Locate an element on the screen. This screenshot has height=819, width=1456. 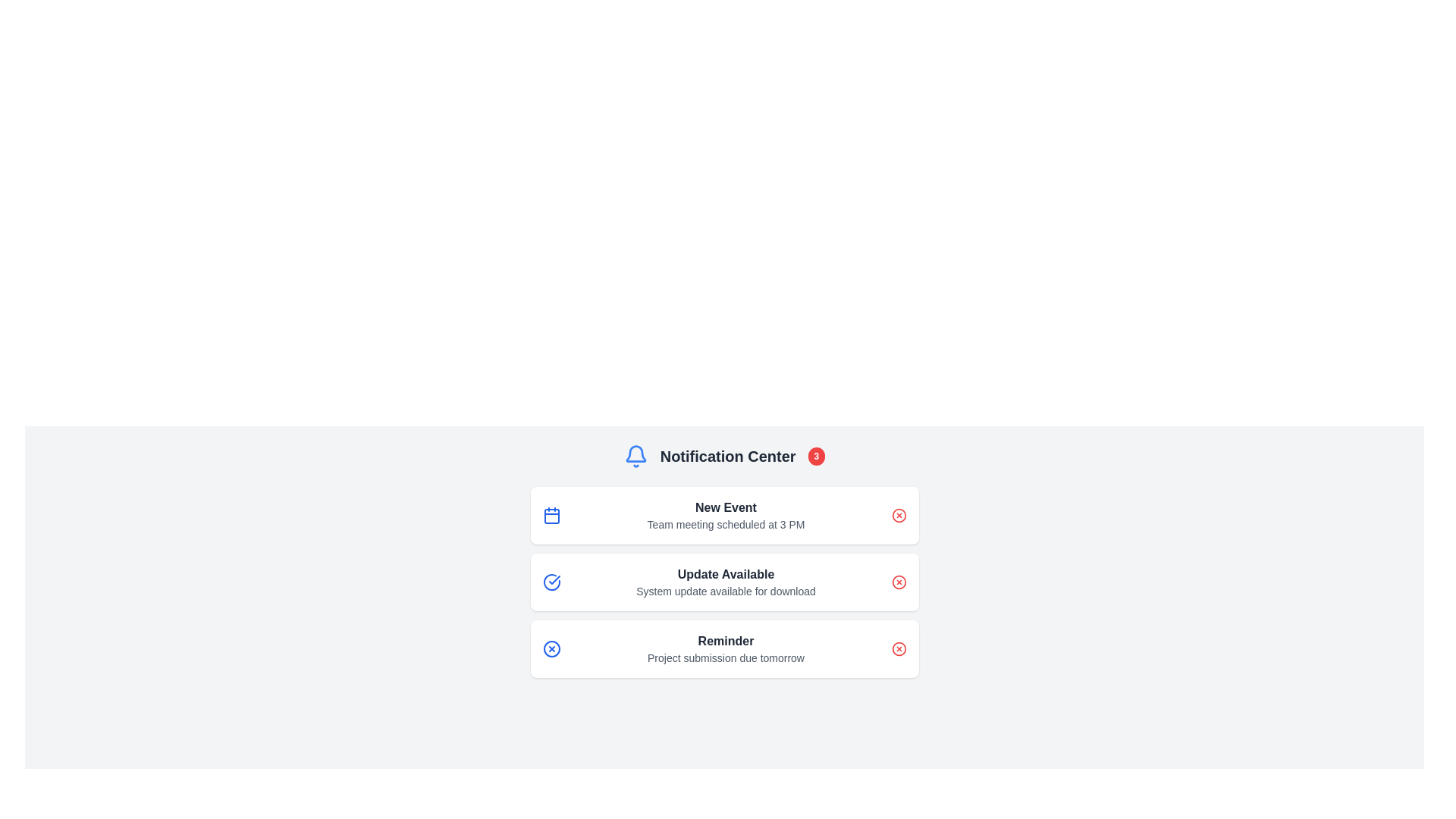
the text displaying 'Team meeting scheduled at 3 PM' for accessibility tools is located at coordinates (725, 523).